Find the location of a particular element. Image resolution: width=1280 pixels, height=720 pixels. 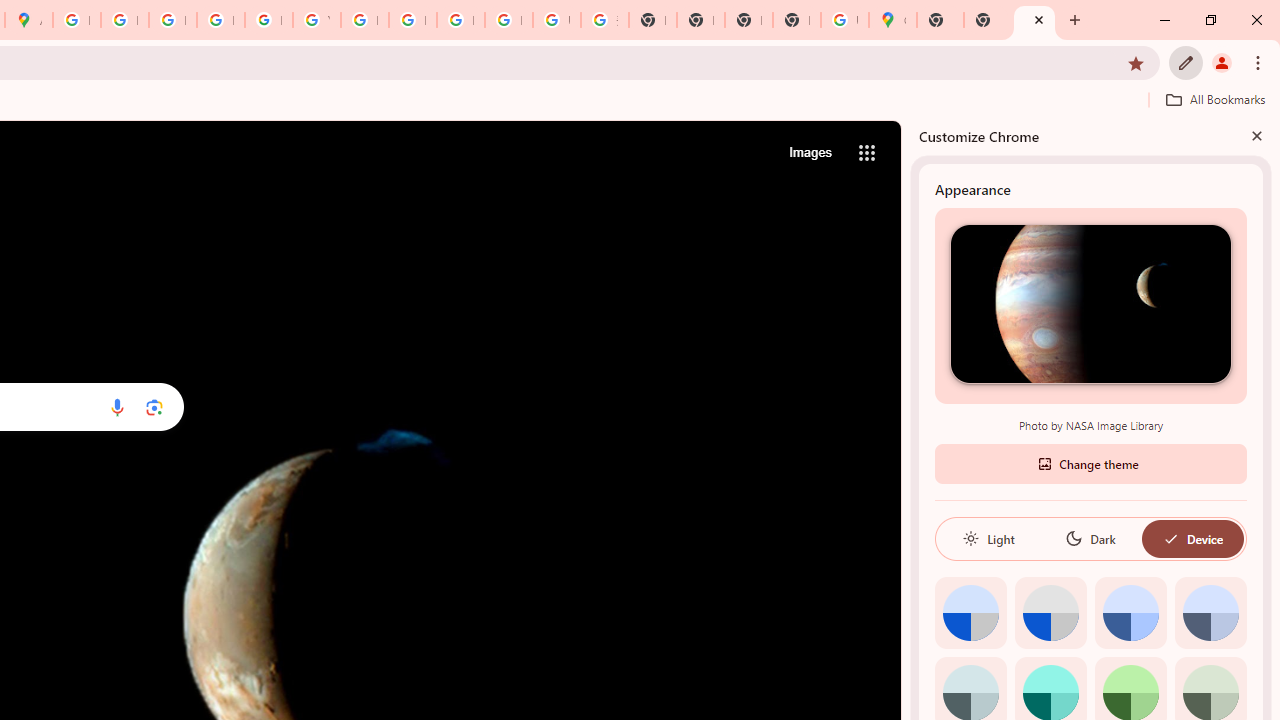

'Default color' is located at coordinates (970, 611).